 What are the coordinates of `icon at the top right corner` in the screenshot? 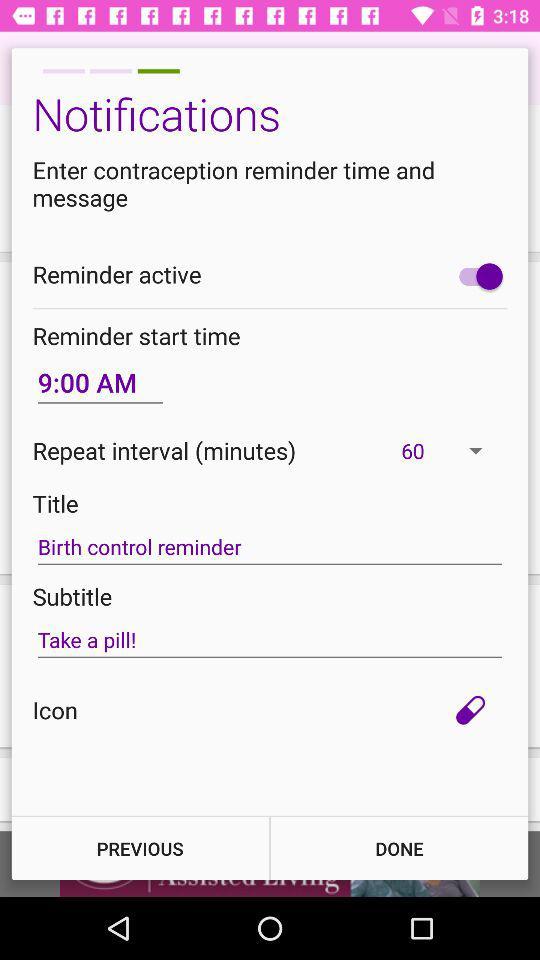 It's located at (475, 275).